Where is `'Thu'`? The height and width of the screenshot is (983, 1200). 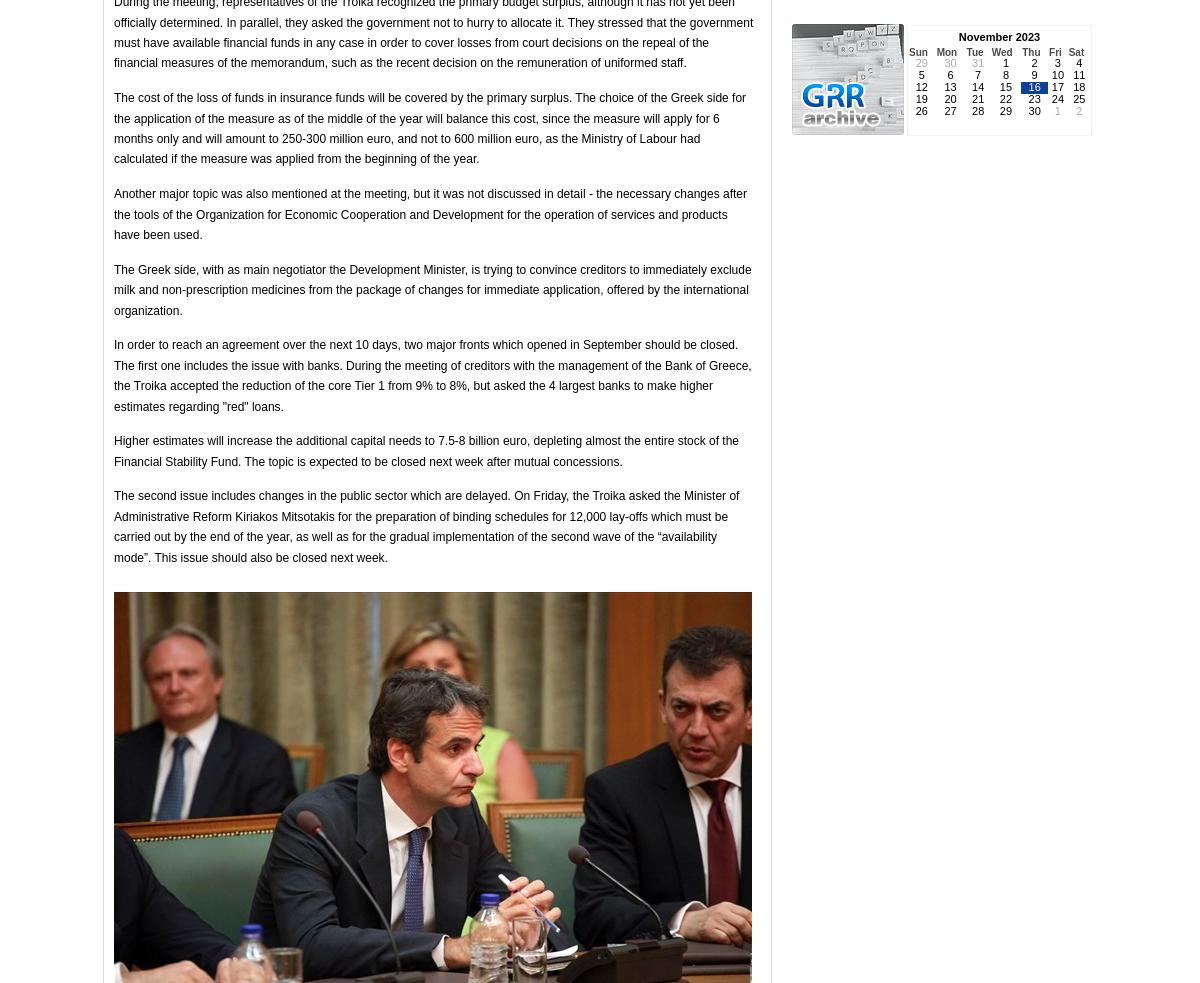 'Thu' is located at coordinates (1031, 51).